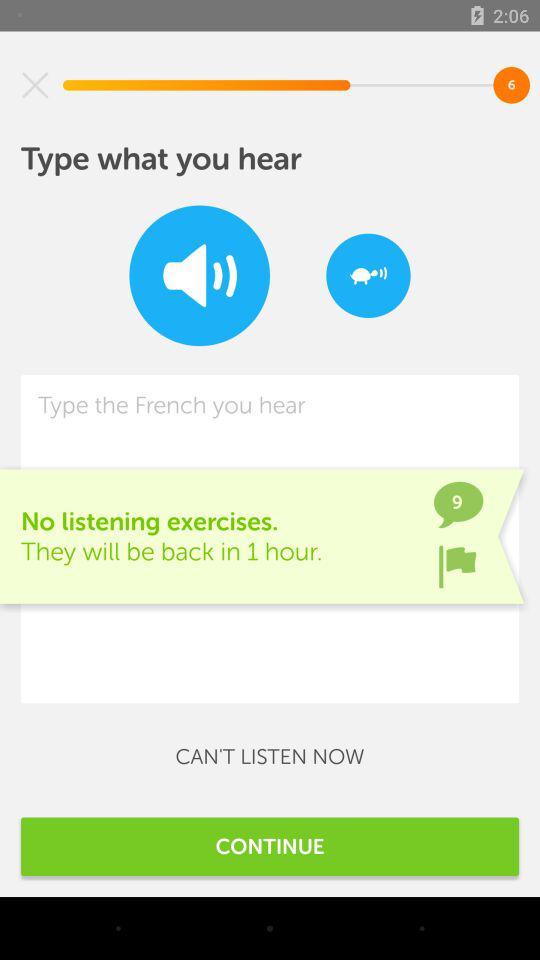 This screenshot has height=960, width=540. What do you see at coordinates (35, 85) in the screenshot?
I see `item above the type what you item` at bounding box center [35, 85].